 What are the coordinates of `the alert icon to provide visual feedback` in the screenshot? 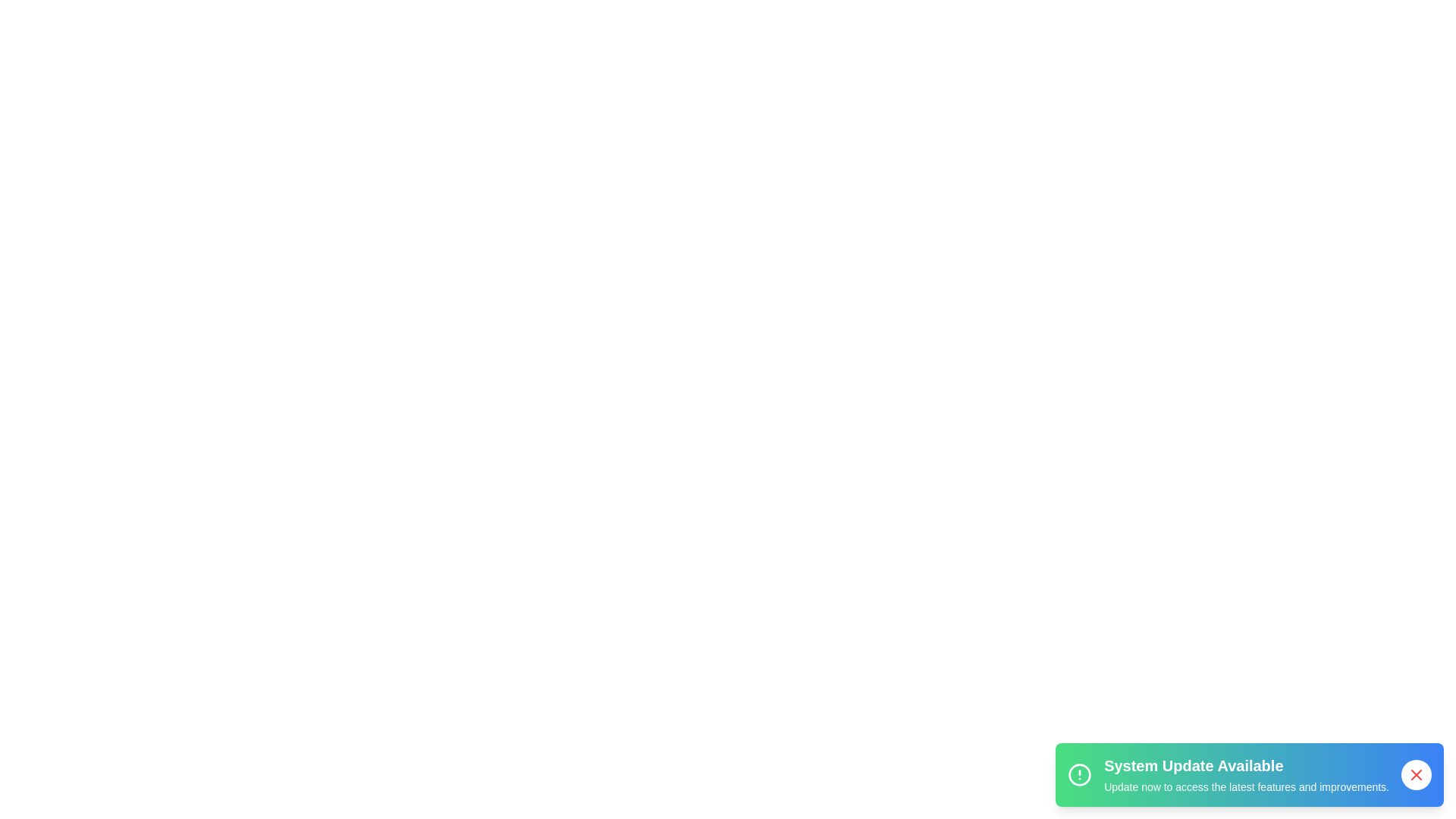 It's located at (1079, 775).